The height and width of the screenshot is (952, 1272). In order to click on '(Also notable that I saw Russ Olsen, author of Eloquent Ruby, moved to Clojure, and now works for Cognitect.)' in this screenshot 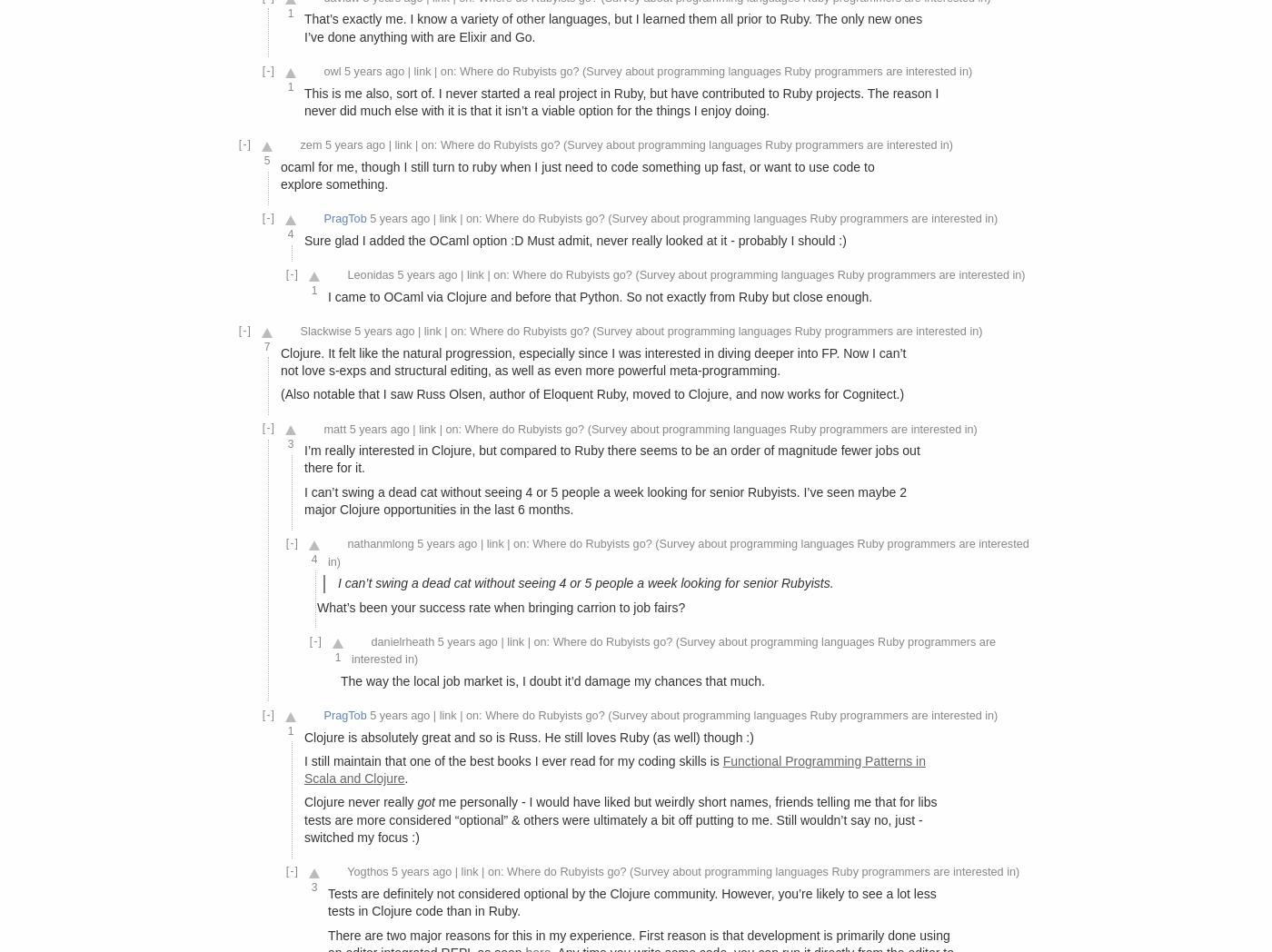, I will do `click(591, 393)`.